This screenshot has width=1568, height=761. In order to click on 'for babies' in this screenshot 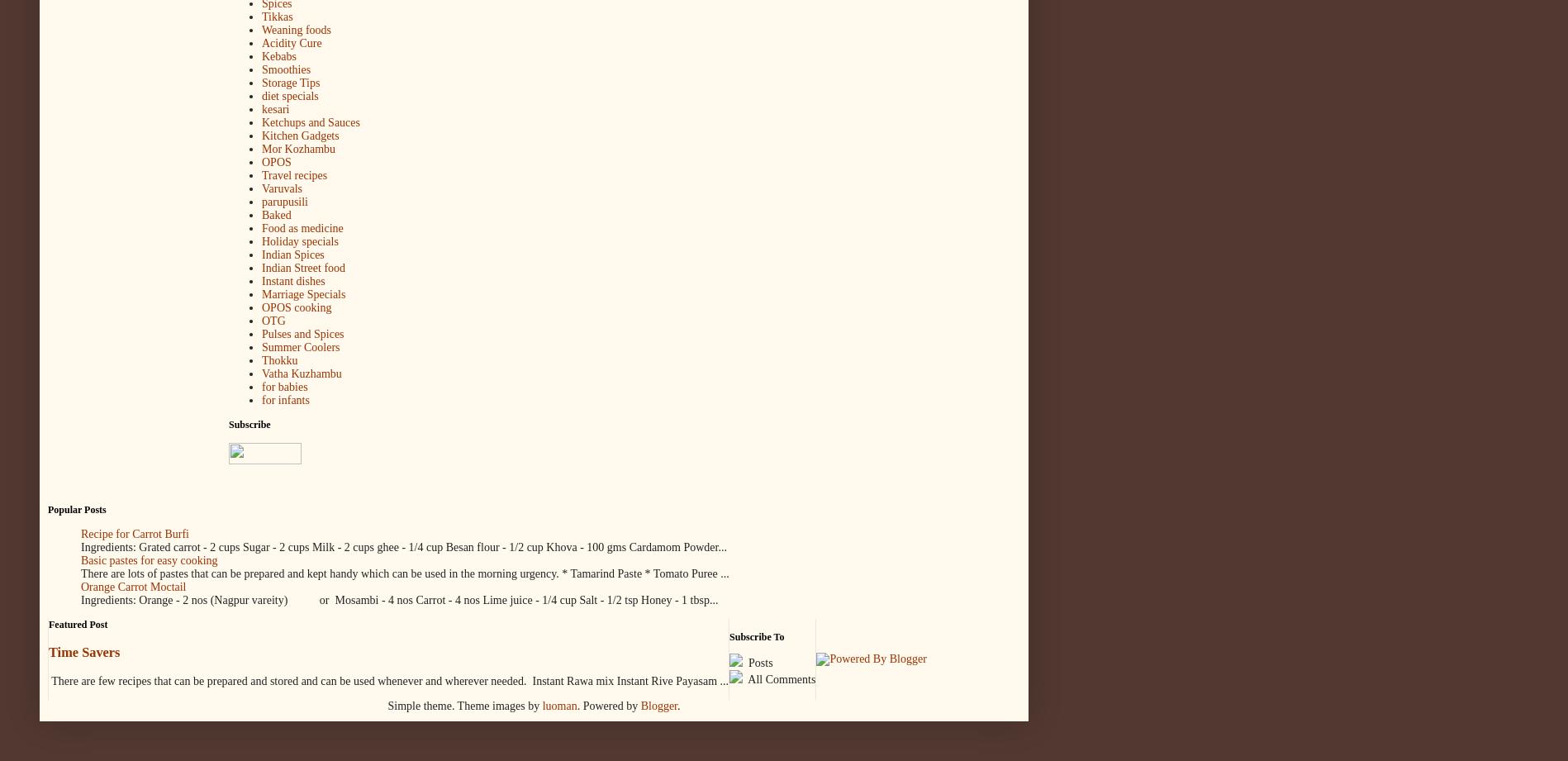, I will do `click(284, 386)`.